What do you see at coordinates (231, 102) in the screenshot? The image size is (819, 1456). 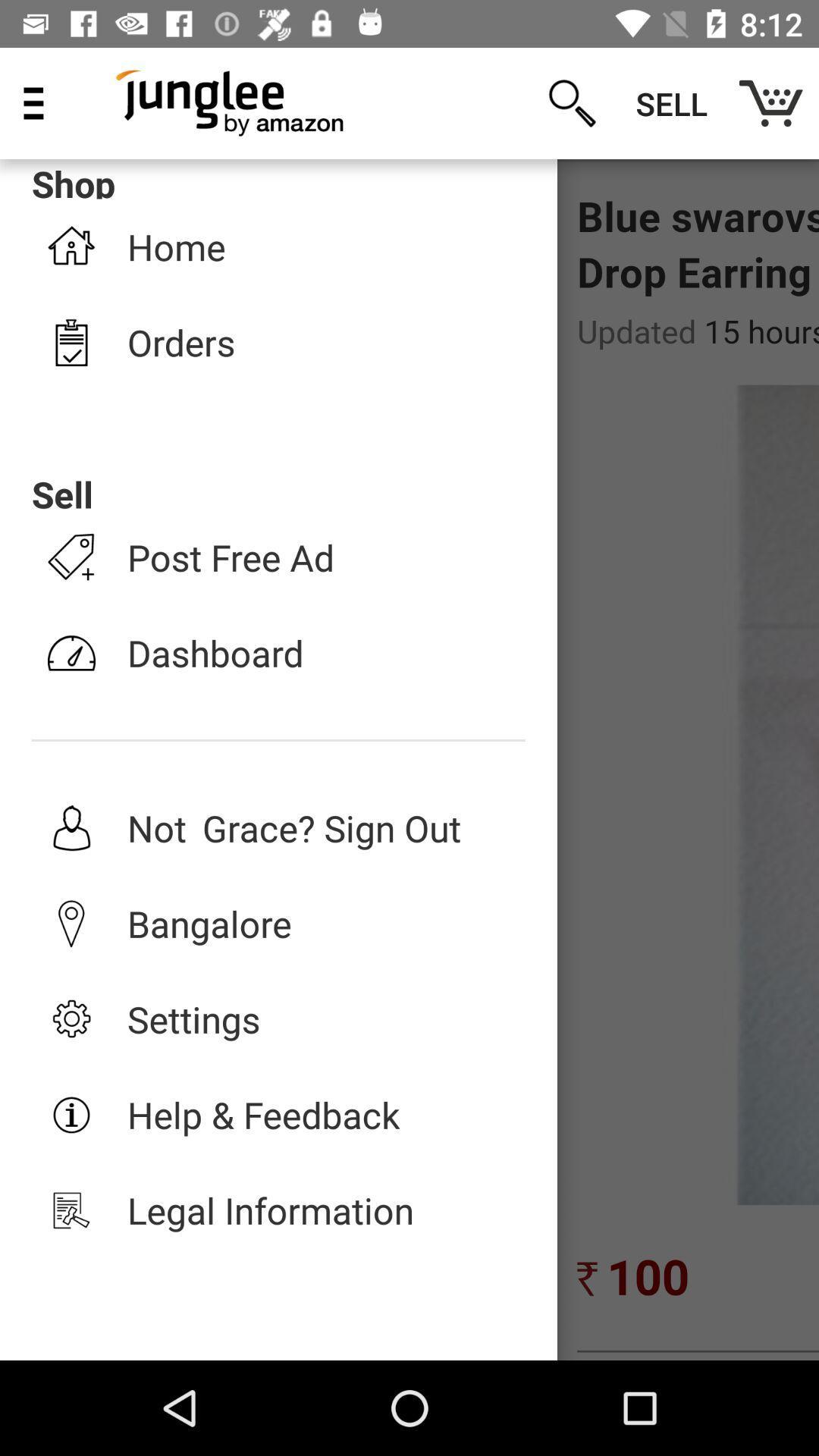 I see `the logo next to the menu icon` at bounding box center [231, 102].